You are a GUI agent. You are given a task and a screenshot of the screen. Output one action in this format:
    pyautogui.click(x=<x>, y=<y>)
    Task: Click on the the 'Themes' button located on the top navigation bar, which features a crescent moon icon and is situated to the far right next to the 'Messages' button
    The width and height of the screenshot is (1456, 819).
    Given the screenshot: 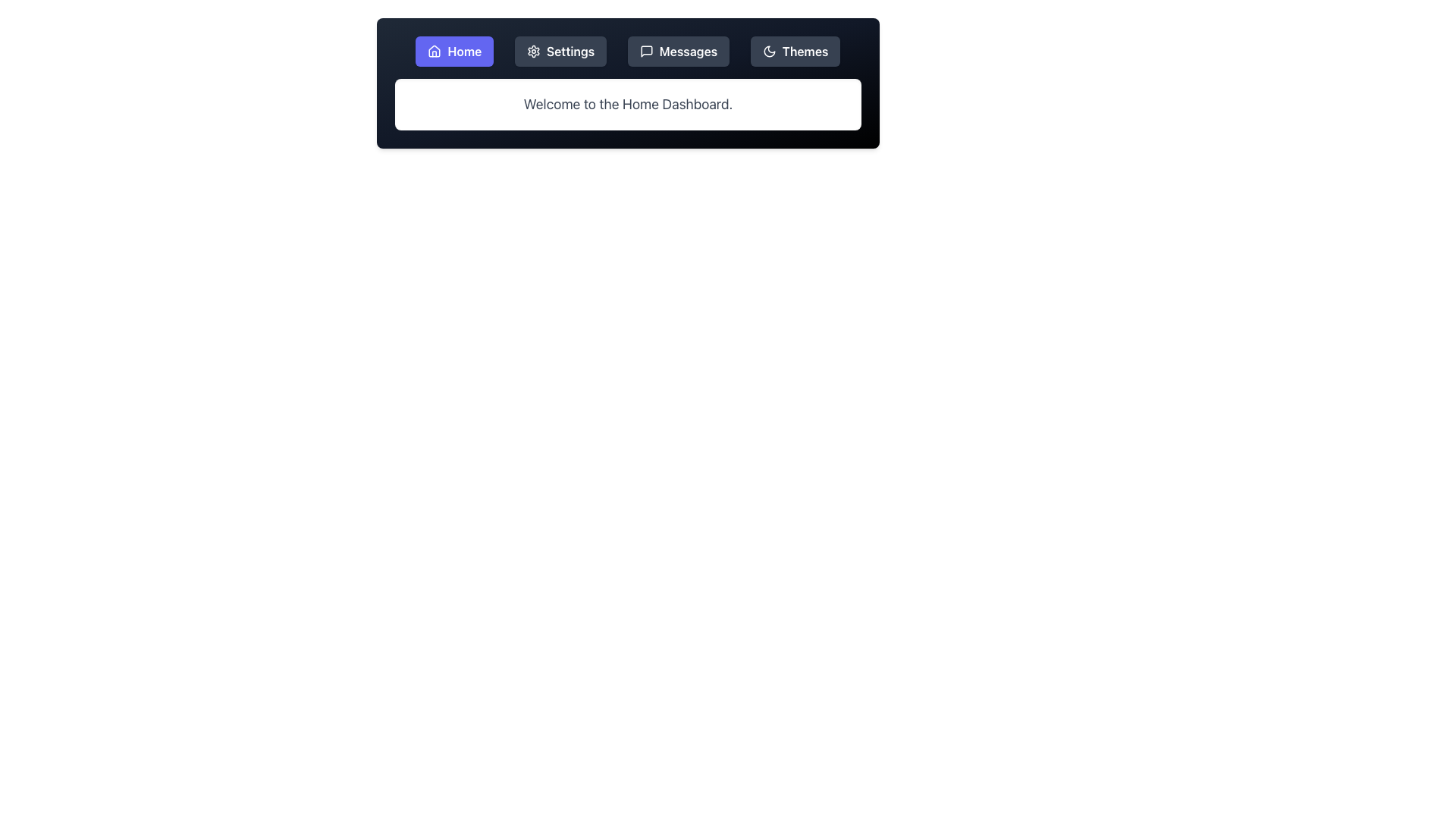 What is the action you would take?
    pyautogui.click(x=795, y=51)
    